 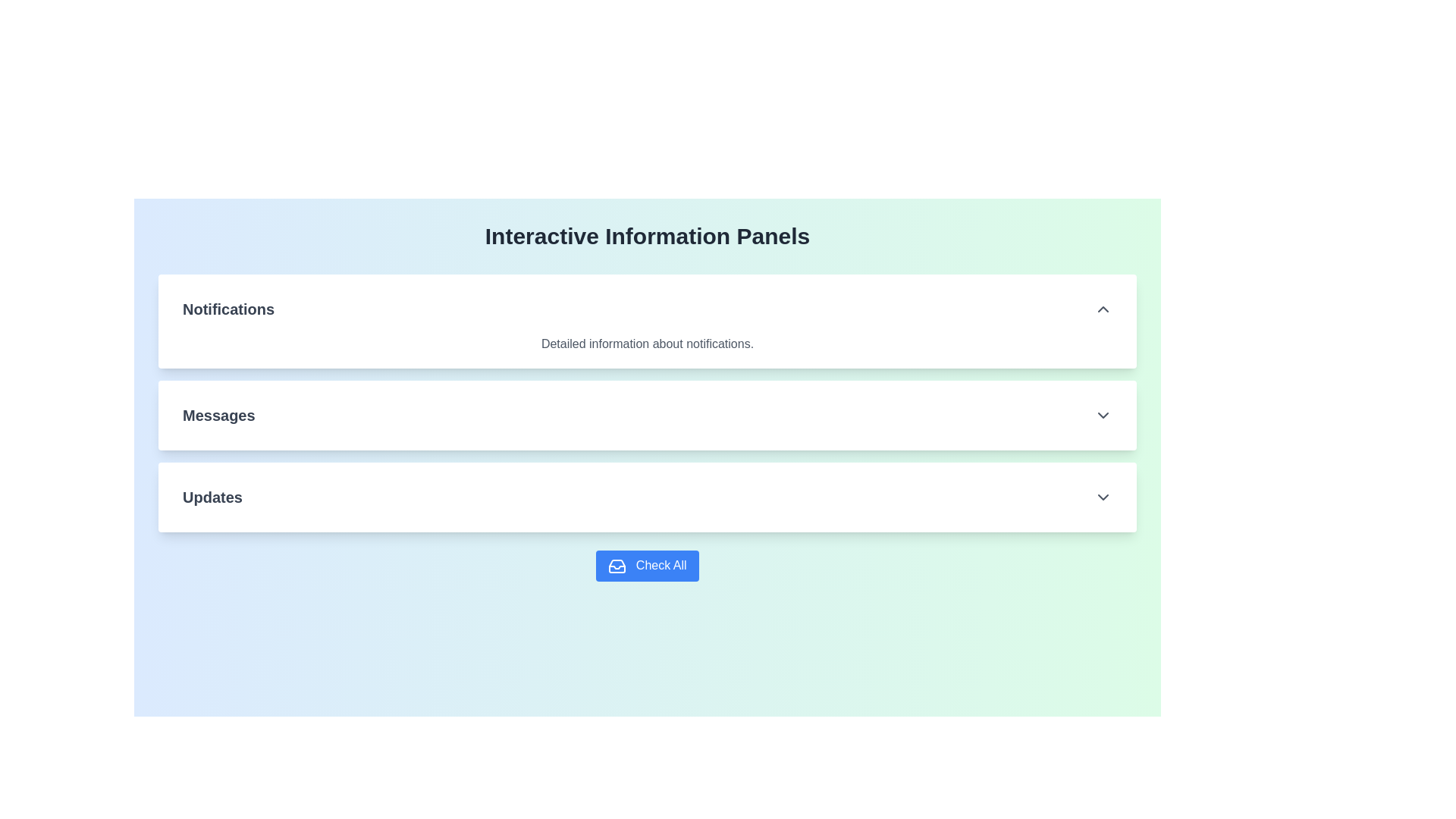 What do you see at coordinates (212, 497) in the screenshot?
I see `the 'Updates' text label, which serves as a heading for the updates section of the application` at bounding box center [212, 497].